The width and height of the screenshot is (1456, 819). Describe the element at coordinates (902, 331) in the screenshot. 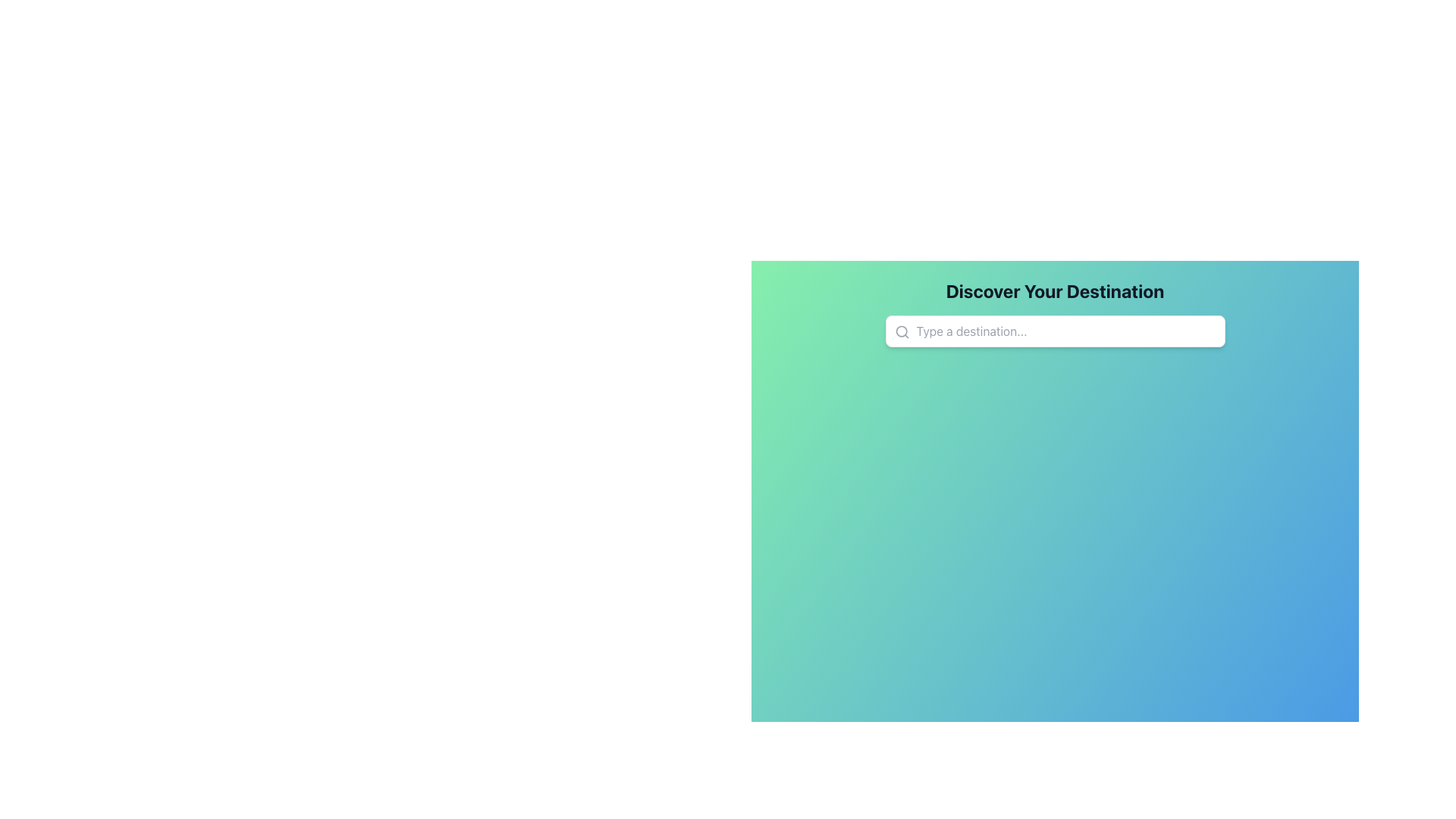

I see `the magnifying glass icon representing the search functionality located on the left side of the search input field below the 'Discover Your Destination' title` at that location.